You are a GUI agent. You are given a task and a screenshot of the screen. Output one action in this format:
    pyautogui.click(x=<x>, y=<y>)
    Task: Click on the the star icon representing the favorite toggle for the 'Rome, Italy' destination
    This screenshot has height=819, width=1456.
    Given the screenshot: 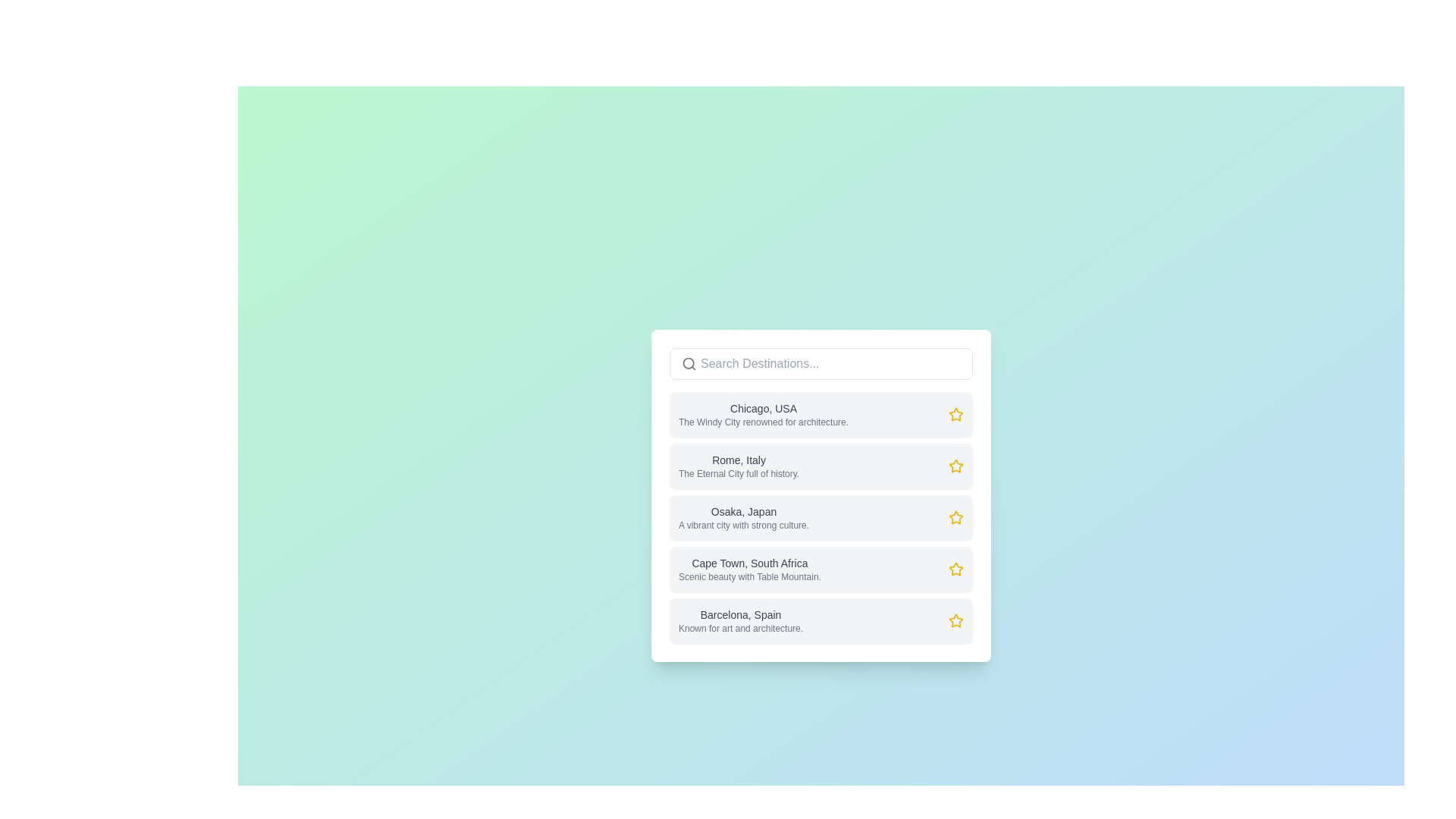 What is the action you would take?
    pyautogui.click(x=954, y=464)
    